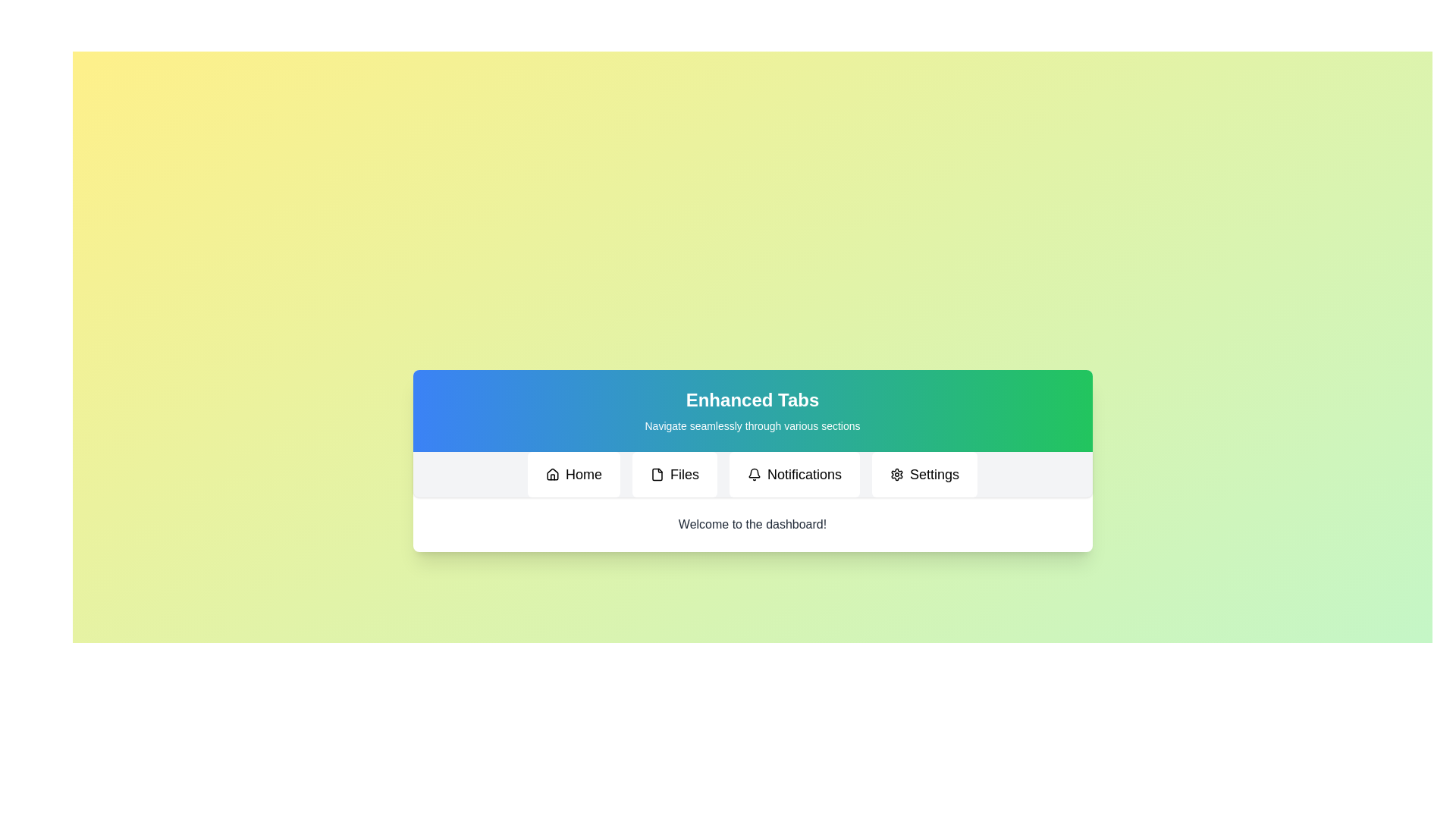 The image size is (1456, 819). I want to click on the gear-shaped icon associated with settings located in the rightmost side of the navigation tabs before the 'Settings' label, so click(897, 473).